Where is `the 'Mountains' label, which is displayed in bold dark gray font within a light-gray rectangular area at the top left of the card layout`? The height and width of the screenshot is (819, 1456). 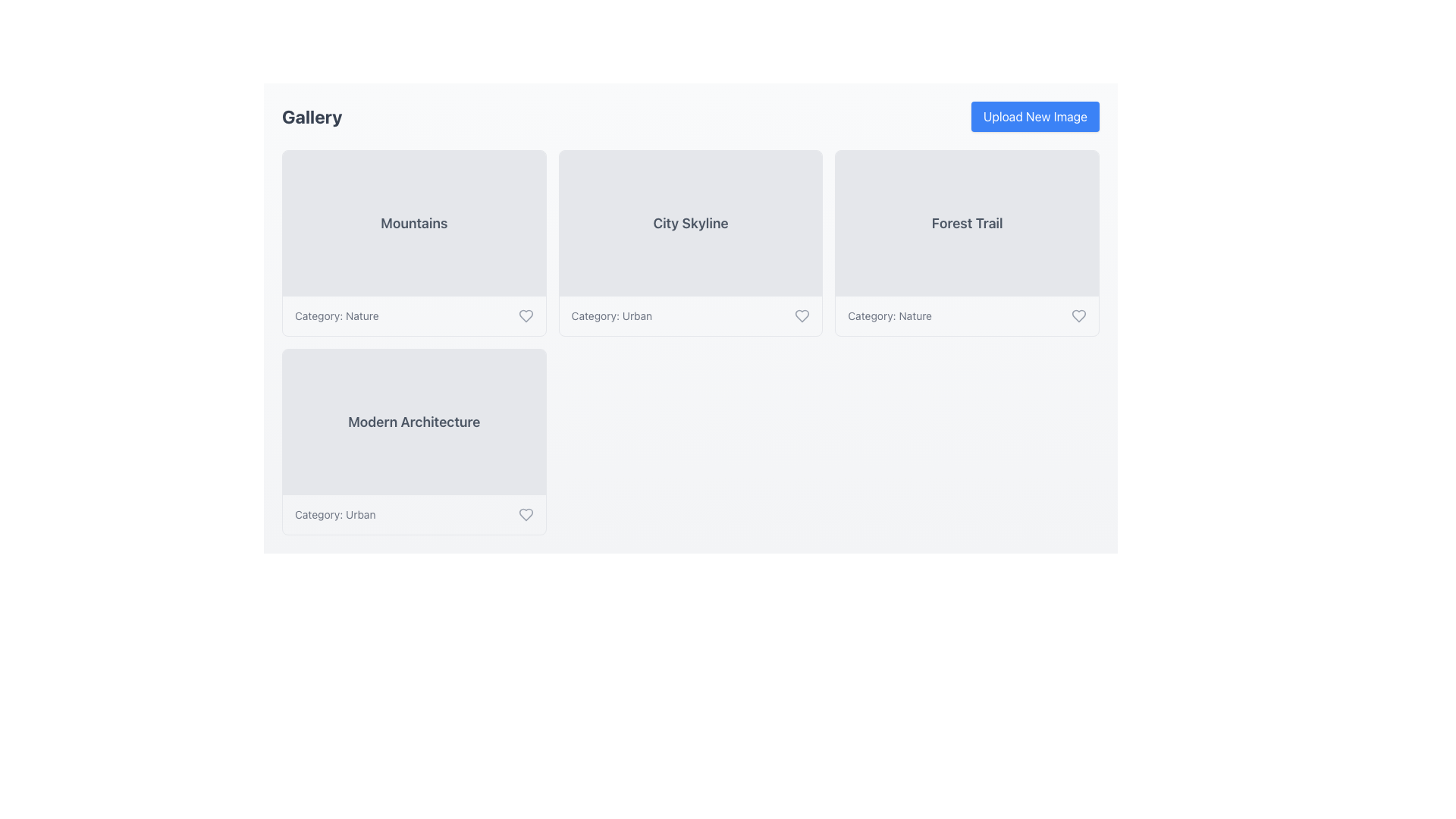
the 'Mountains' label, which is displayed in bold dark gray font within a light-gray rectangular area at the top left of the card layout is located at coordinates (414, 223).